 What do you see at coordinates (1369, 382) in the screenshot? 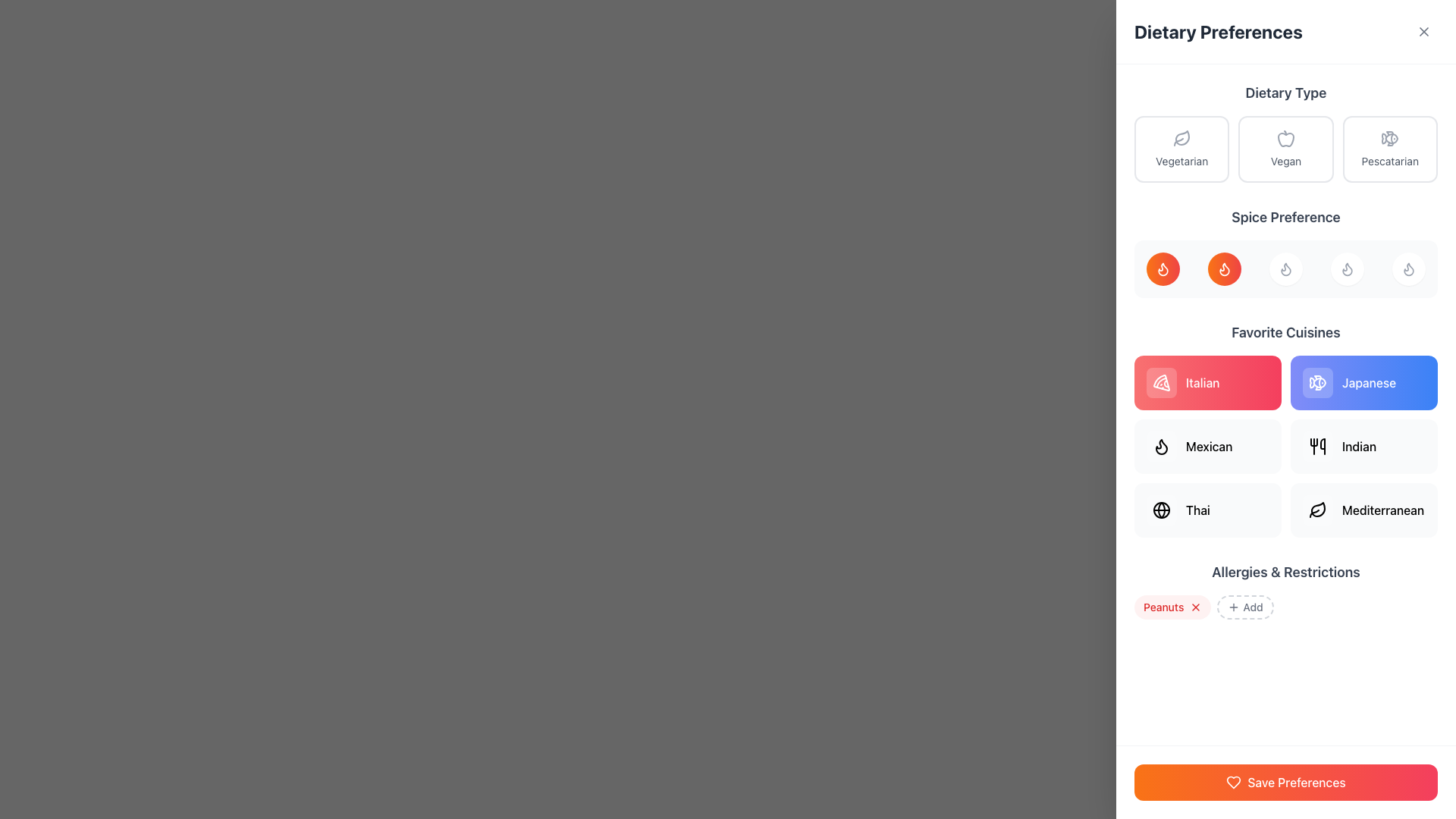
I see `the 'Japanese' cuisine text label` at bounding box center [1369, 382].